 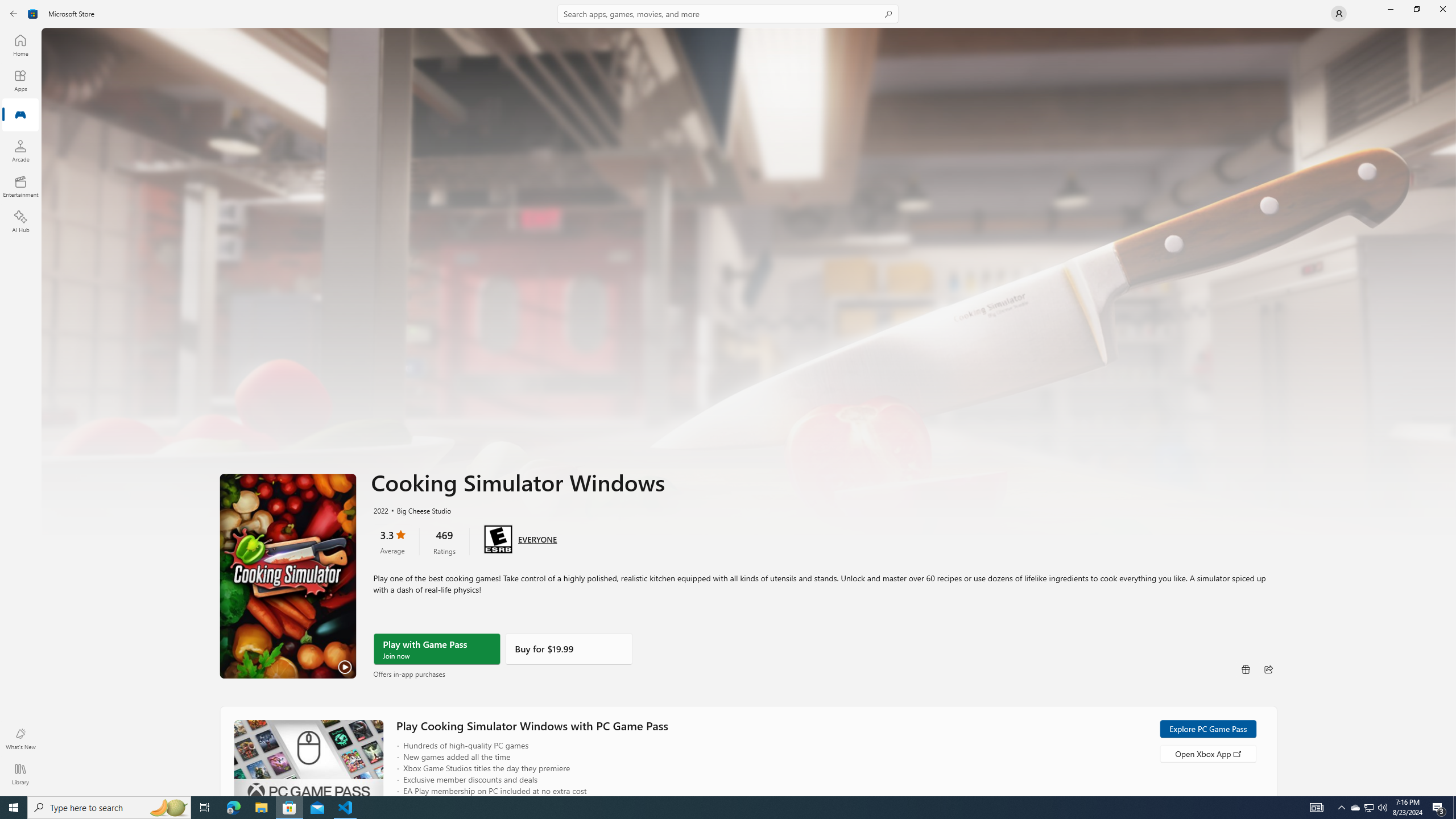 What do you see at coordinates (19, 221) in the screenshot?
I see `'AI Hub'` at bounding box center [19, 221].